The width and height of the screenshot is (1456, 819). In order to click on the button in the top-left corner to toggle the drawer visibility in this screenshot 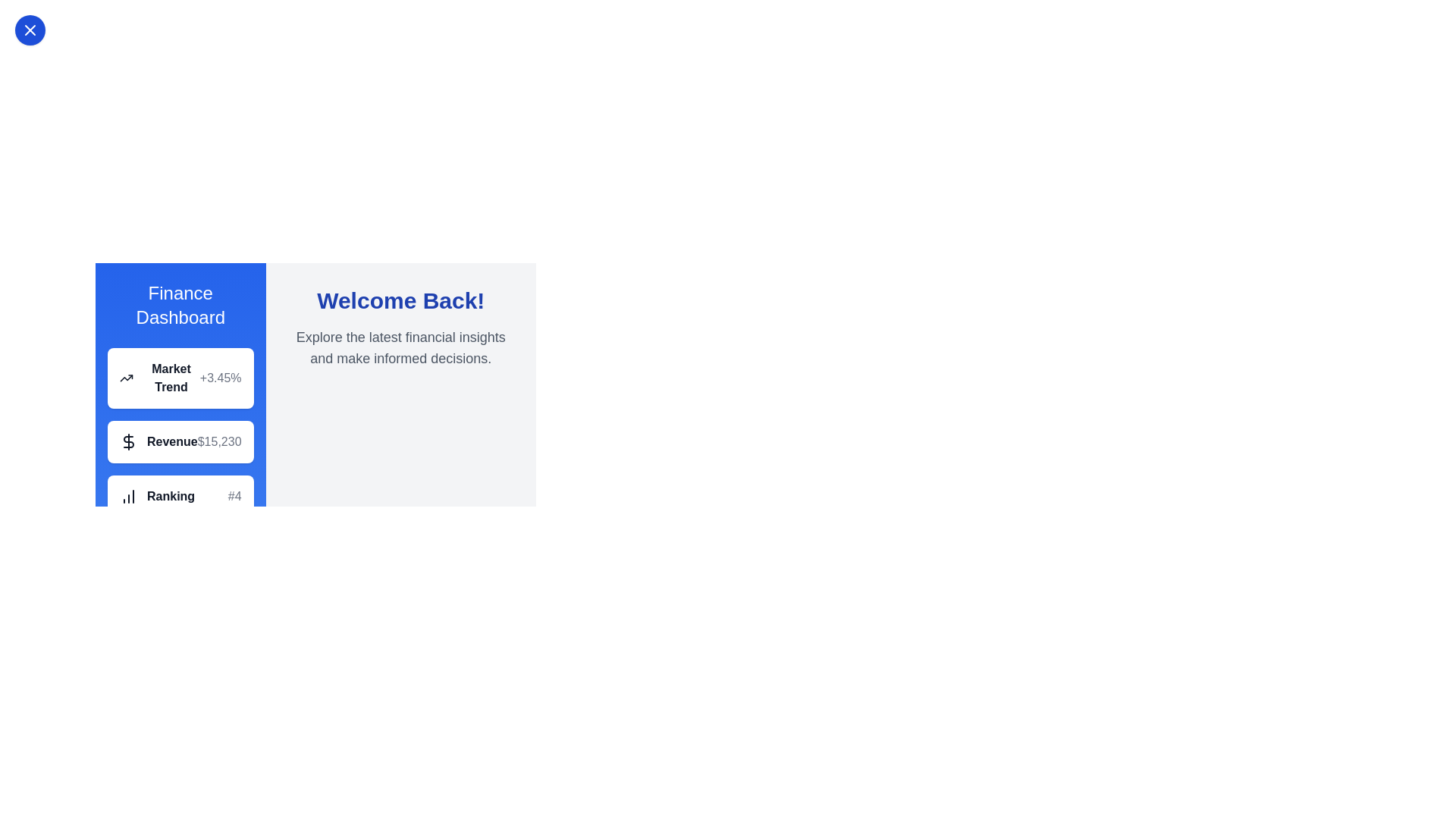, I will do `click(30, 30)`.